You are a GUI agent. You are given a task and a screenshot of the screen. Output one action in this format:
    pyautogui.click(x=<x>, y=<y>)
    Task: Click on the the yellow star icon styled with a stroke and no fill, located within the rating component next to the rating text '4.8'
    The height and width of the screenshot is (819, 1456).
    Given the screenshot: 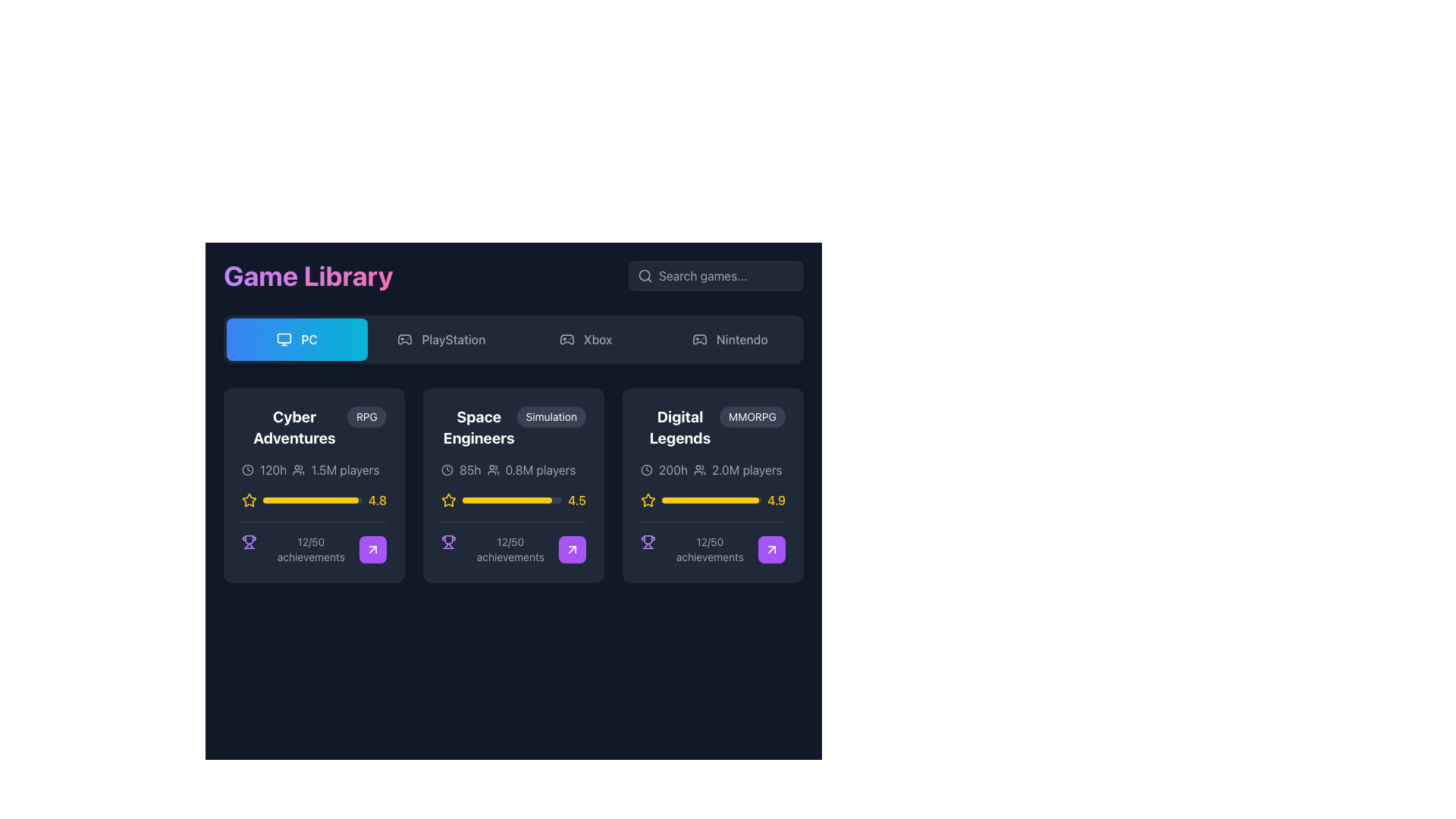 What is the action you would take?
    pyautogui.click(x=249, y=500)
    